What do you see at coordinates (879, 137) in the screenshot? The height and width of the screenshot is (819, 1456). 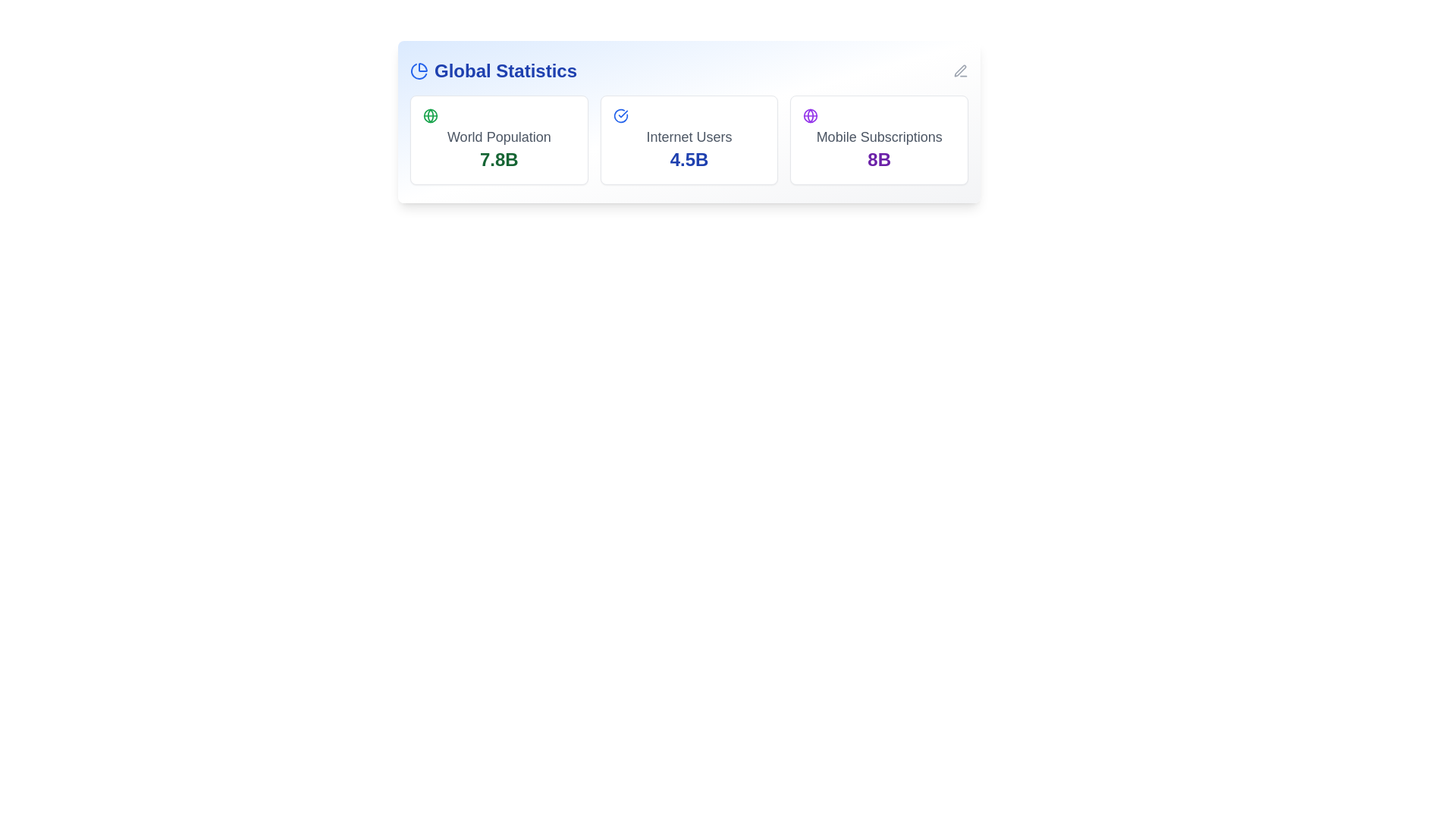 I see `the text label that describes the data point '8B' for mobile subscriptions, located inside the 'Mobile Subscriptions' panel in the third card from the left, positioned above the statistic '8B' and next to a purple globe icon` at bounding box center [879, 137].